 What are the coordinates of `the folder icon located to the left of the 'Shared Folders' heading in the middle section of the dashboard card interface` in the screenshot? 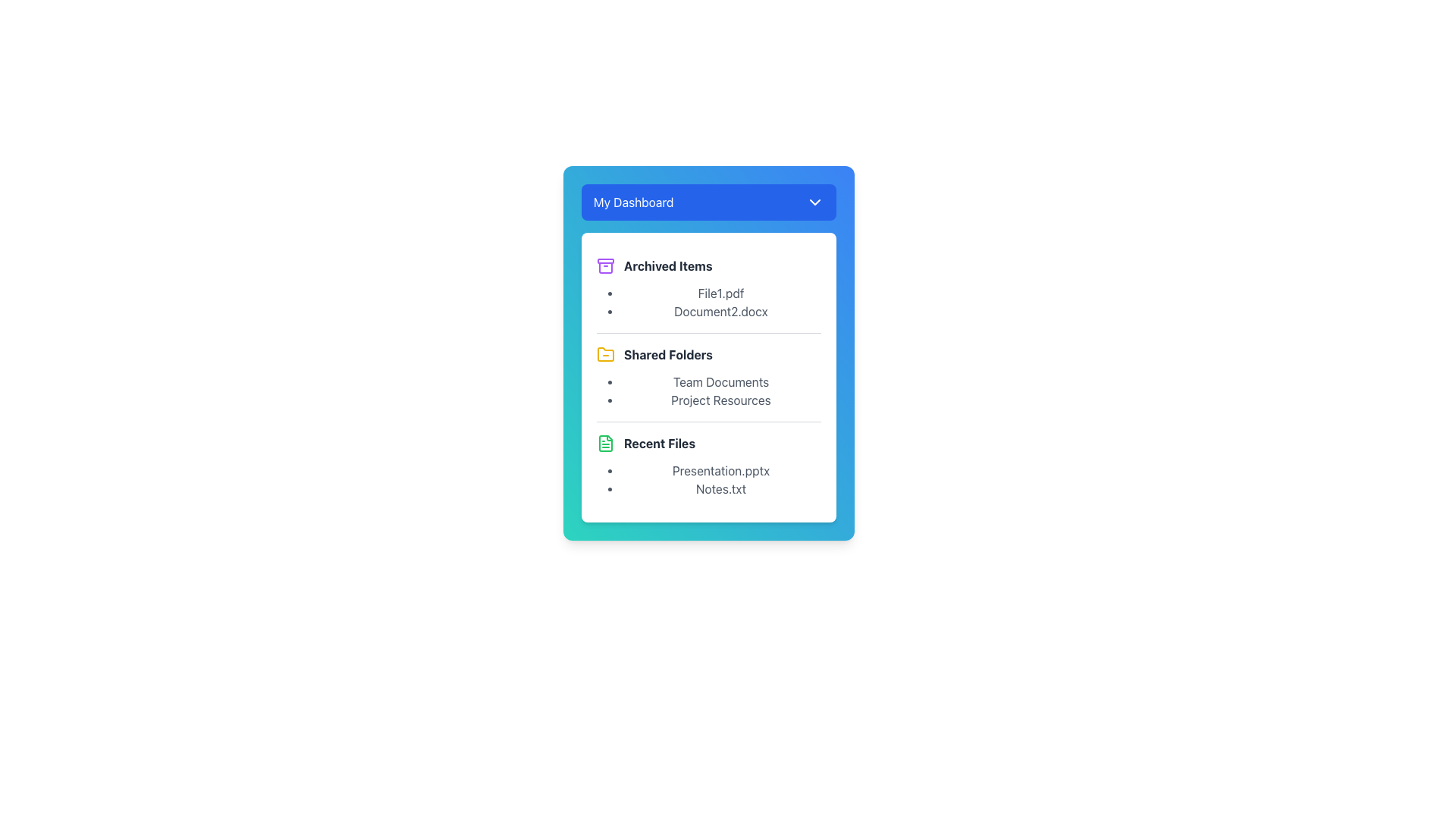 It's located at (604, 353).